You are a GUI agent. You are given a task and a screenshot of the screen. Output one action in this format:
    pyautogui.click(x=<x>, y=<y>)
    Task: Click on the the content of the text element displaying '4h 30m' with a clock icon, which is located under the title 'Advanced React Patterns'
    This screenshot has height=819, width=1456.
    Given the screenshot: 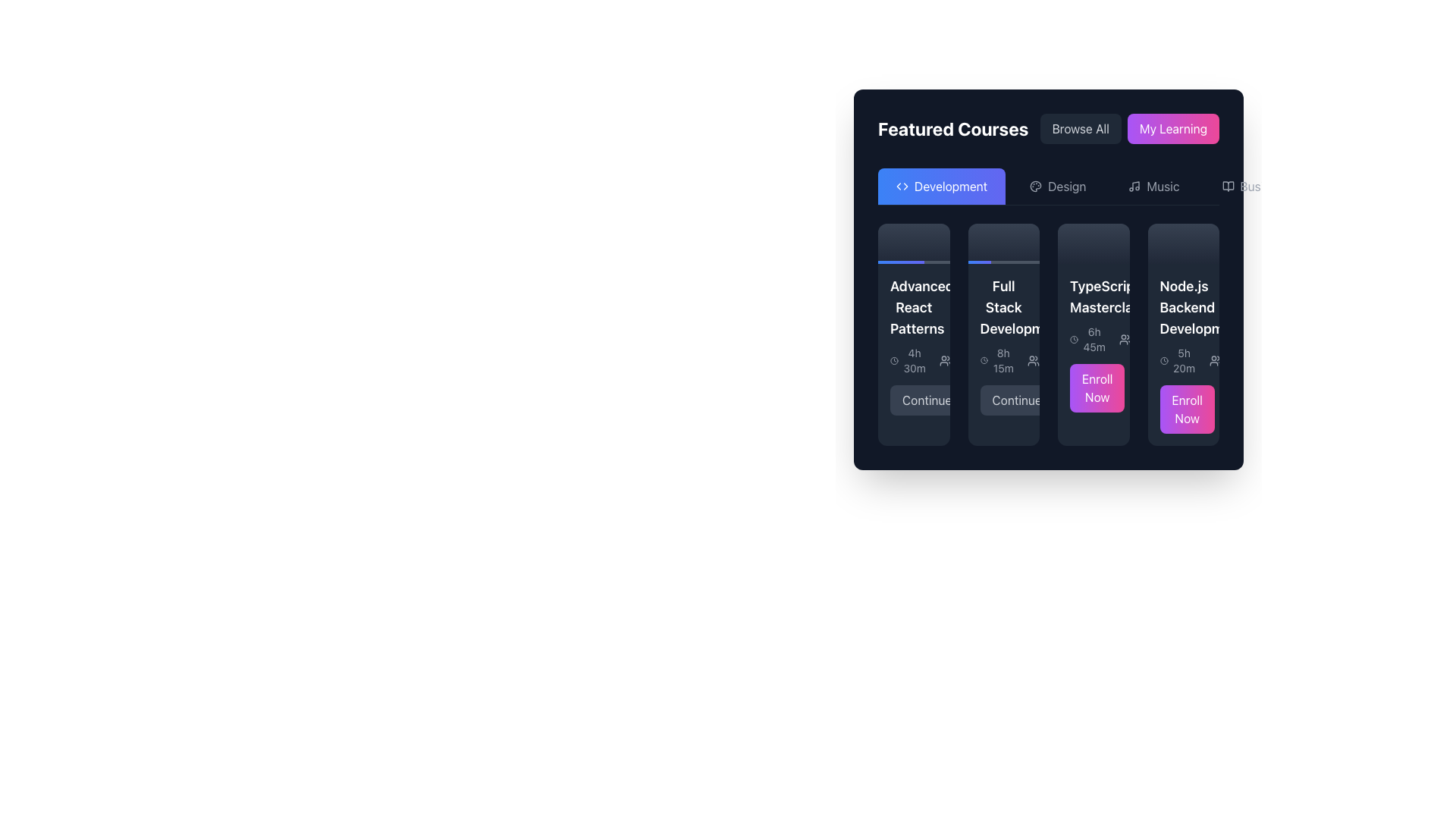 What is the action you would take?
    pyautogui.click(x=913, y=361)
    